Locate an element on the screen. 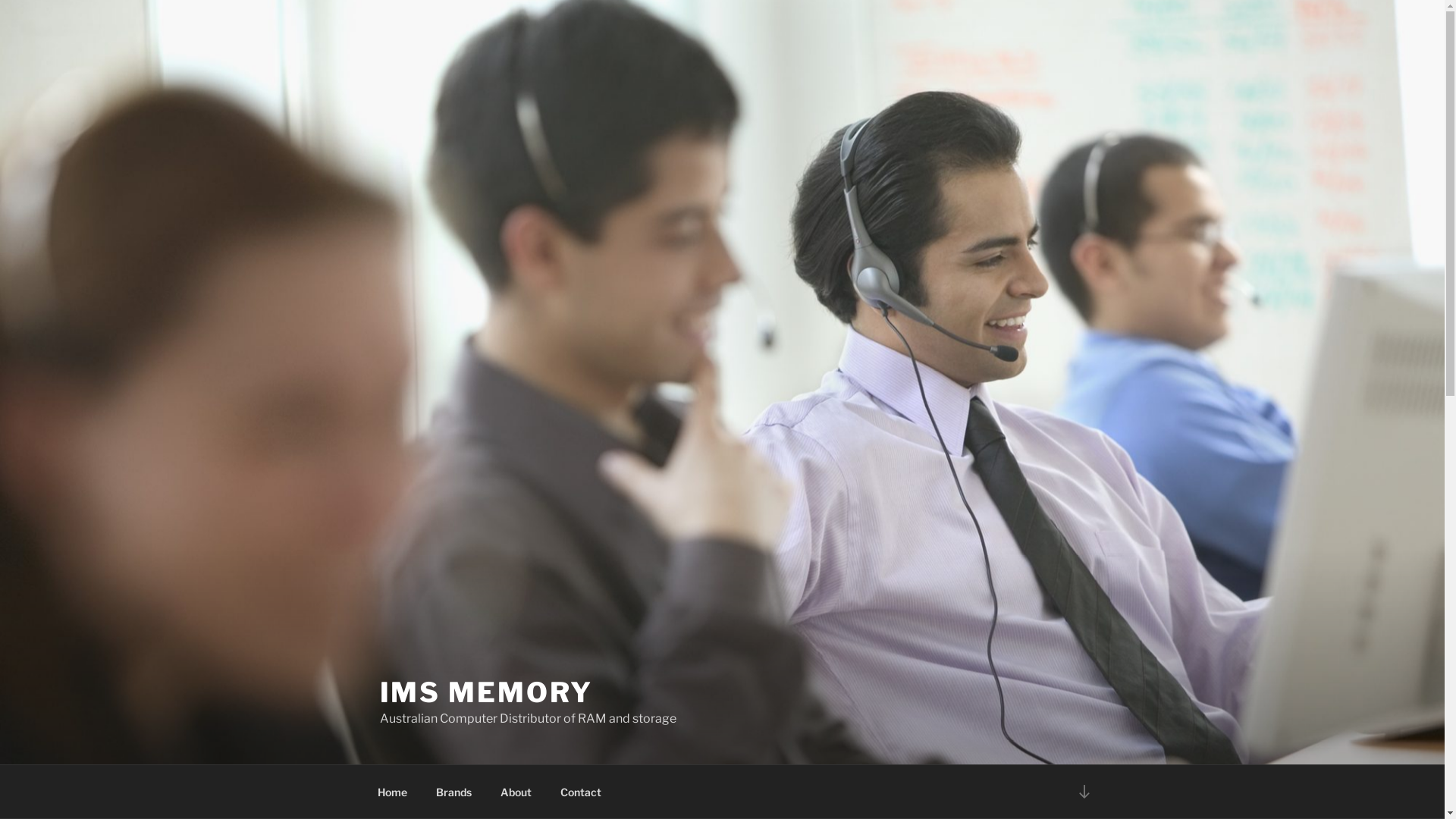 This screenshot has width=1456, height=819. 'IMS MEMORY' is located at coordinates (486, 692).